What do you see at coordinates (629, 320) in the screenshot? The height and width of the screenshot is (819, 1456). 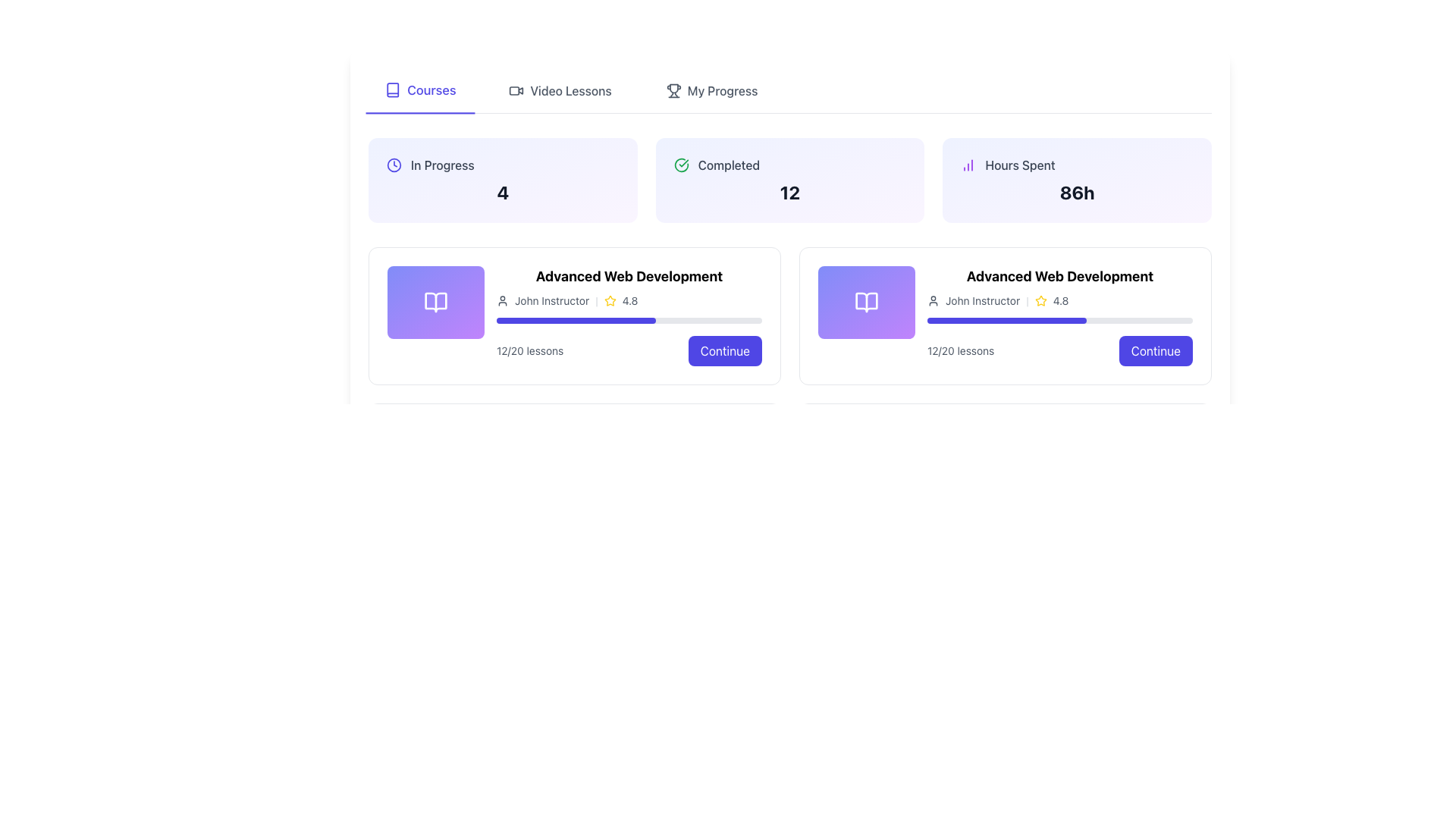 I see `the progress bar that visually represents the completion of a course, positioned between the 'John Instructor | 4.8' text and the '12/20 lessons' text` at bounding box center [629, 320].